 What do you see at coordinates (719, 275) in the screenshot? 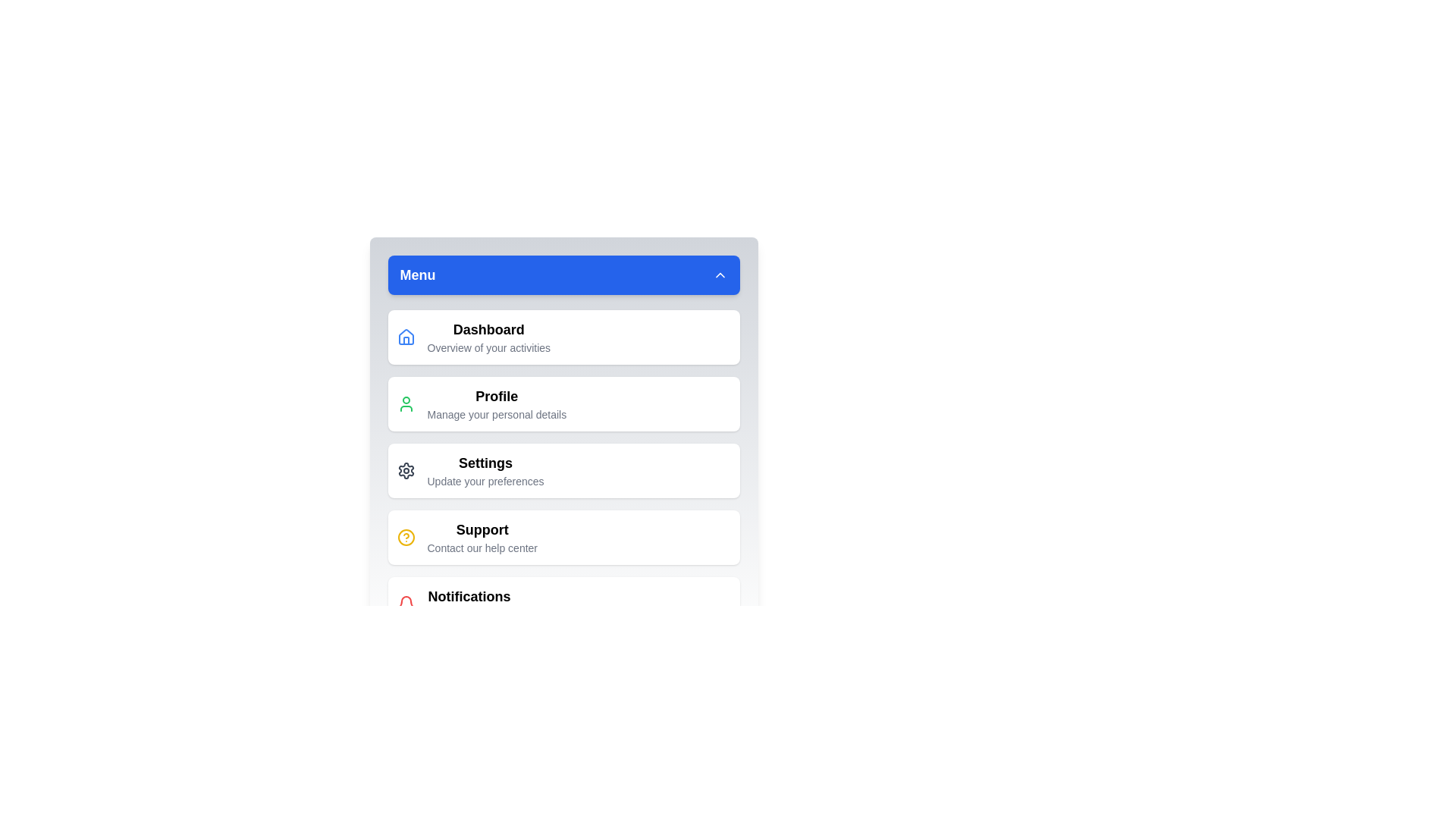
I see `the Chevron-up icon located on the right end of the top blue bar labeled 'Menu'` at bounding box center [719, 275].